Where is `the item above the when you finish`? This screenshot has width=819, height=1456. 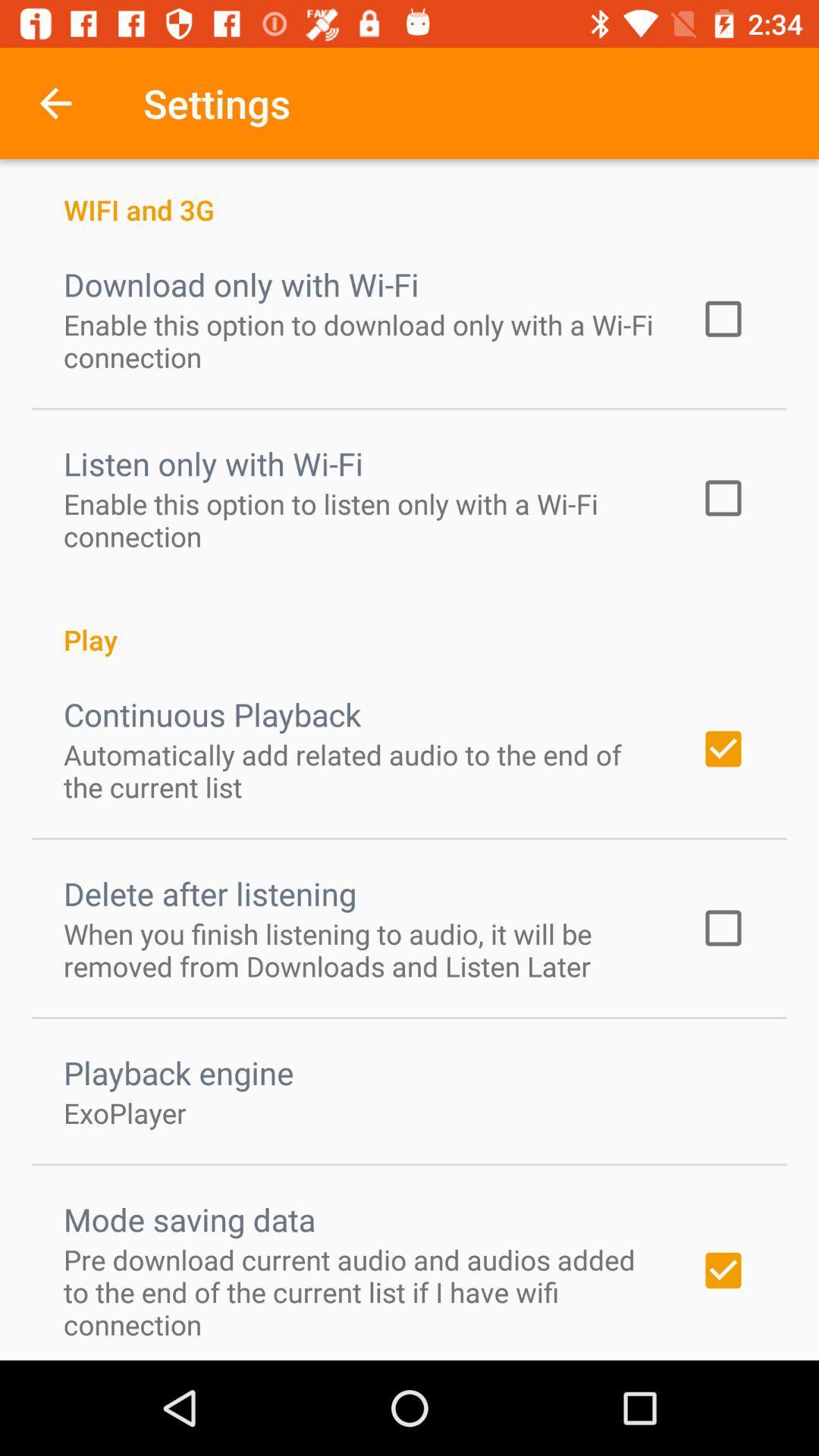 the item above the when you finish is located at coordinates (210, 893).